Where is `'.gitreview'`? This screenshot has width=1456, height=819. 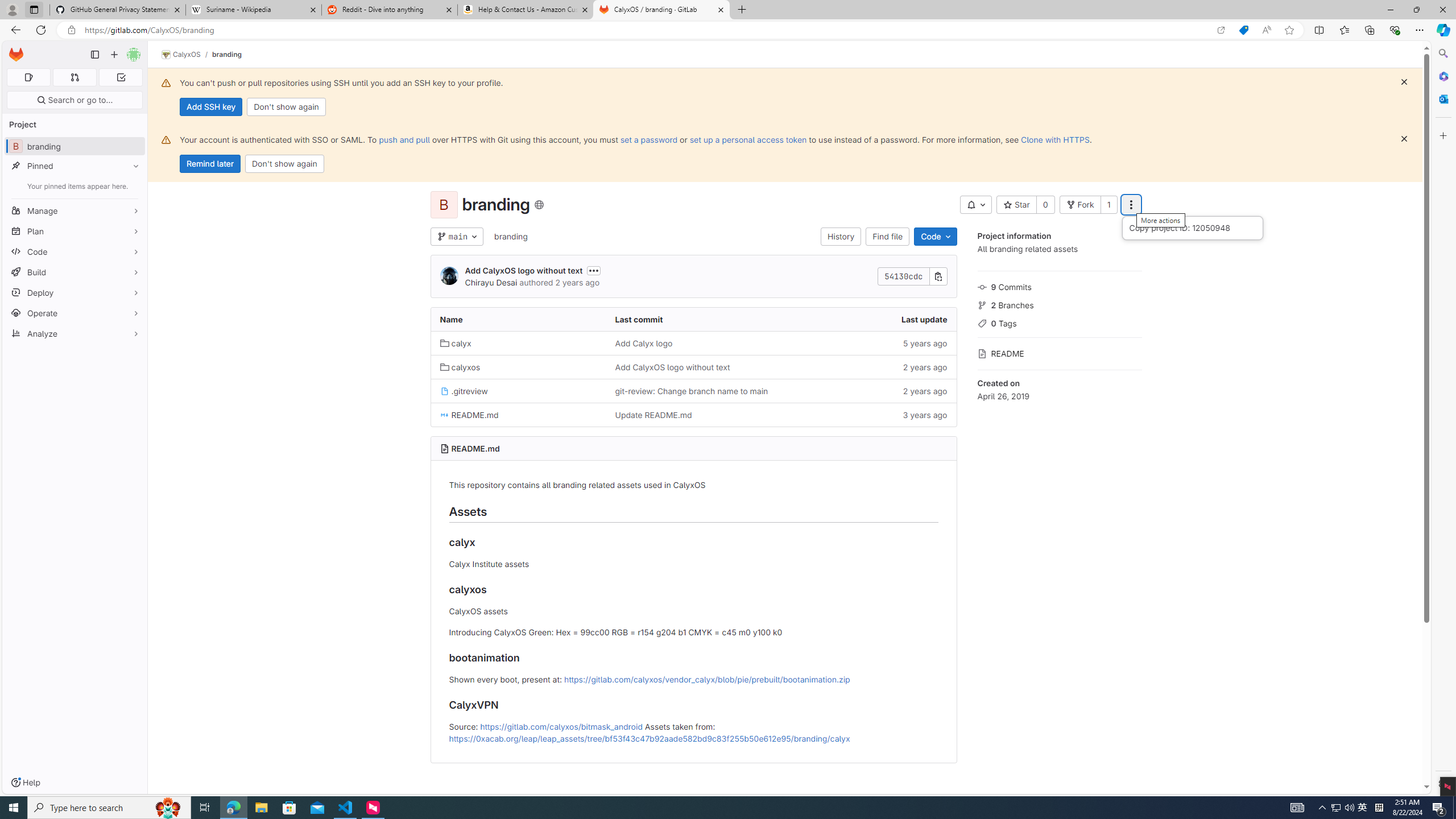
'.gitreview' is located at coordinates (464, 390).